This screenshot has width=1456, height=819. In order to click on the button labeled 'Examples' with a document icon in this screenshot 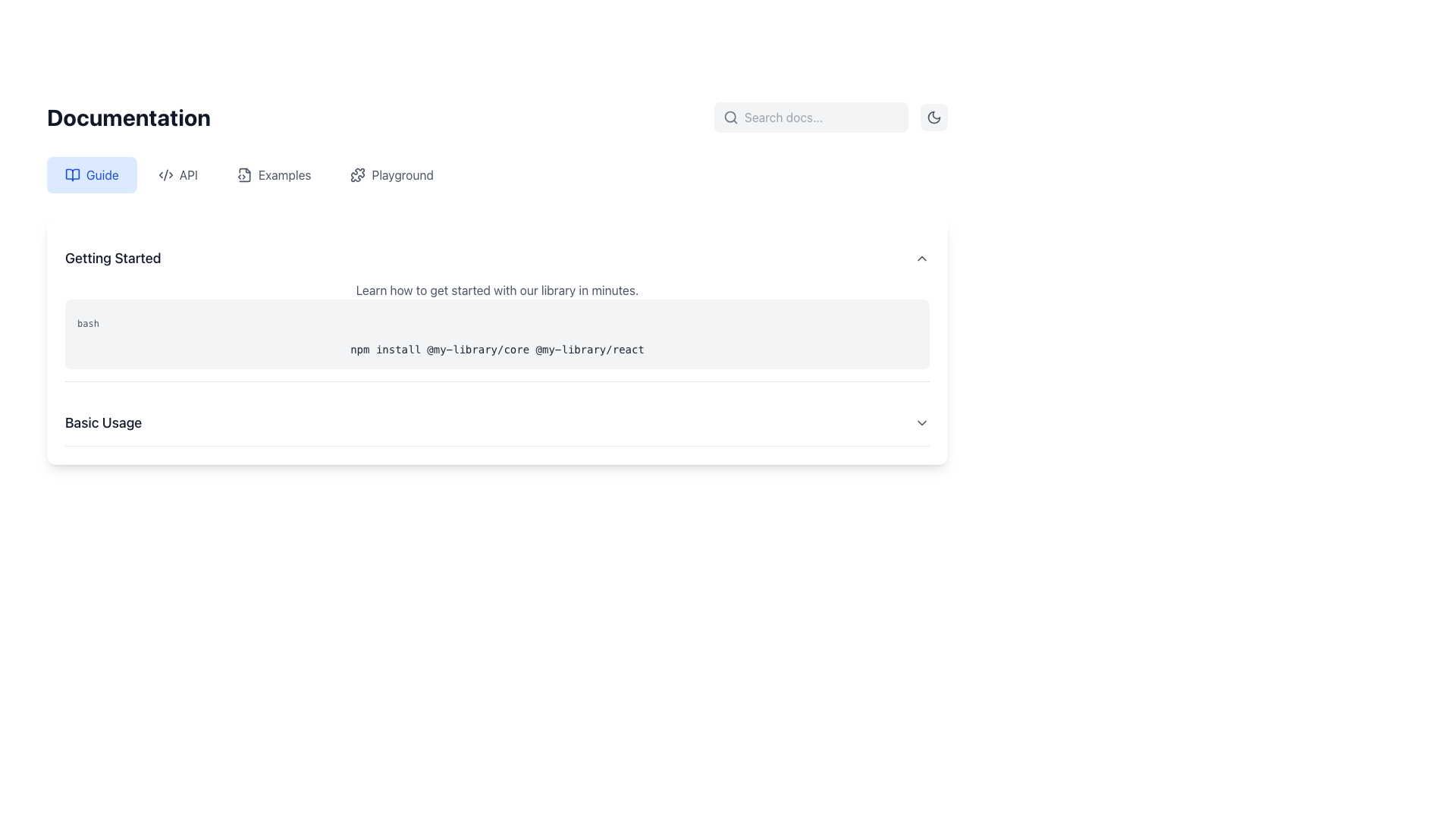, I will do `click(274, 174)`.